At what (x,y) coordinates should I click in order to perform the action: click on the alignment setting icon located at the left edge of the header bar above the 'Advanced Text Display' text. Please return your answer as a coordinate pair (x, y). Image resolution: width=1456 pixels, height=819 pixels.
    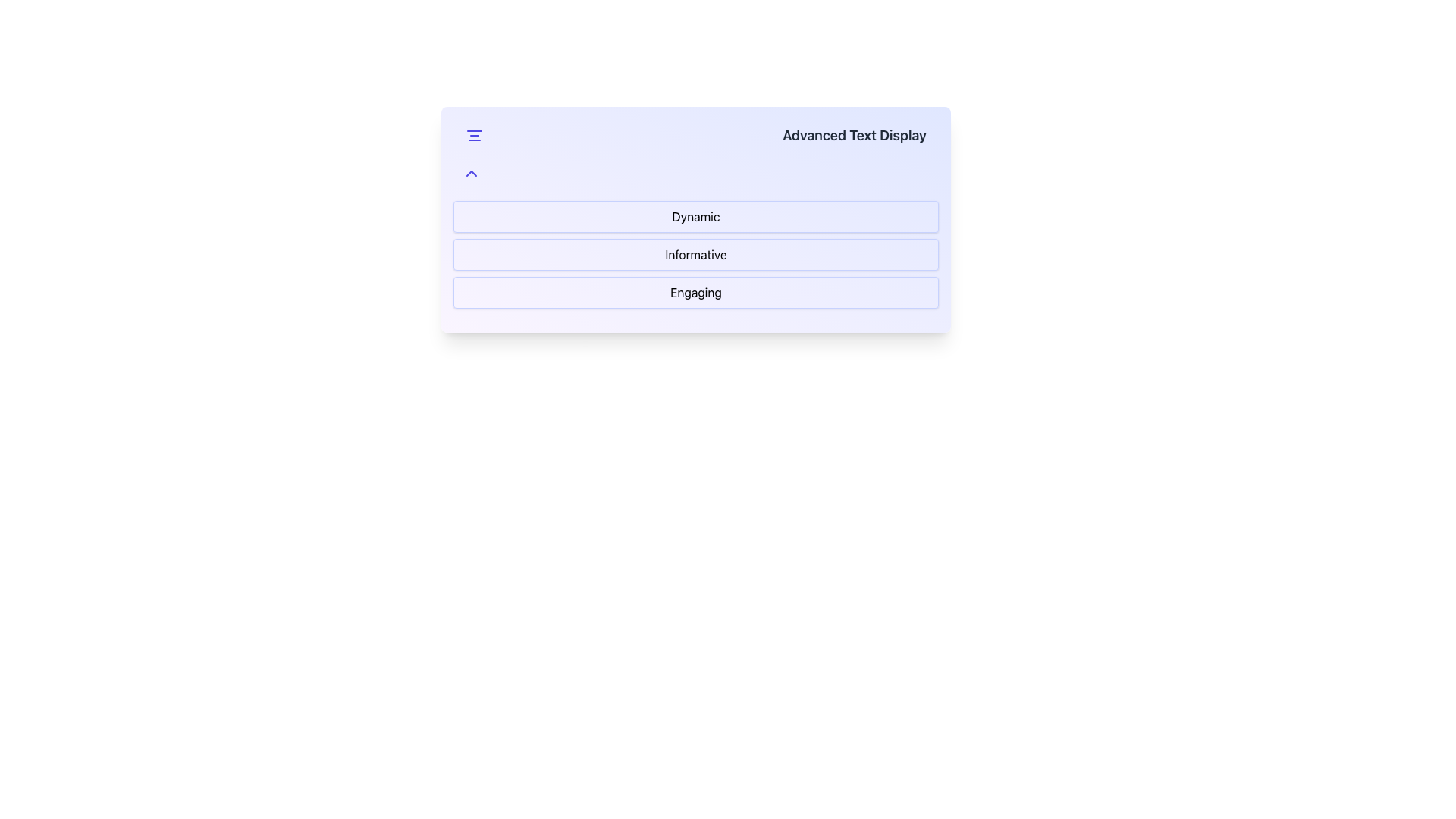
    Looking at the image, I should click on (473, 134).